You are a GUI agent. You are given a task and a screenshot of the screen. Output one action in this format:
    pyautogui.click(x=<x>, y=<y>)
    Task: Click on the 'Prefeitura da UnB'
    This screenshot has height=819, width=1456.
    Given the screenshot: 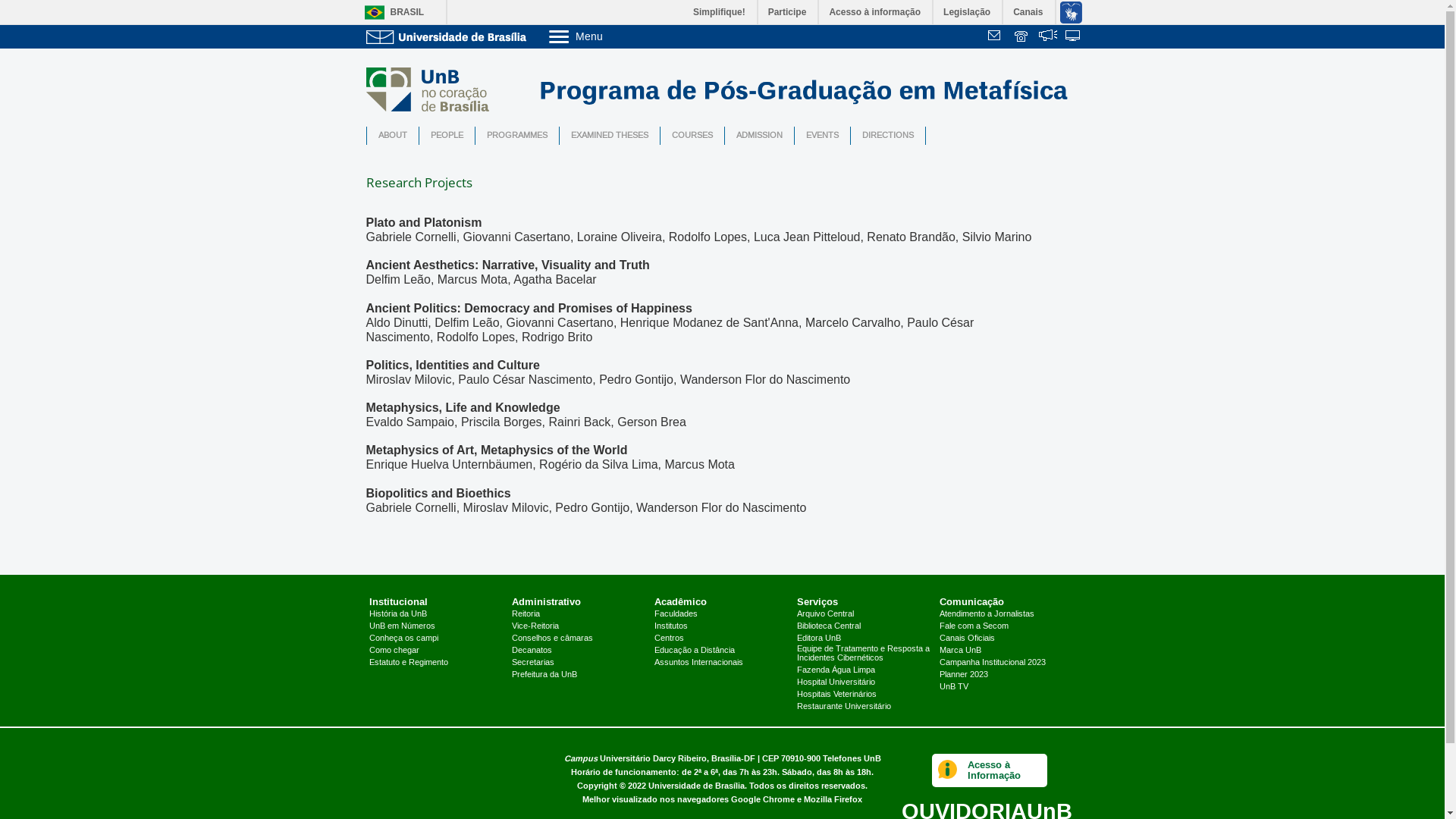 What is the action you would take?
    pyautogui.click(x=544, y=674)
    